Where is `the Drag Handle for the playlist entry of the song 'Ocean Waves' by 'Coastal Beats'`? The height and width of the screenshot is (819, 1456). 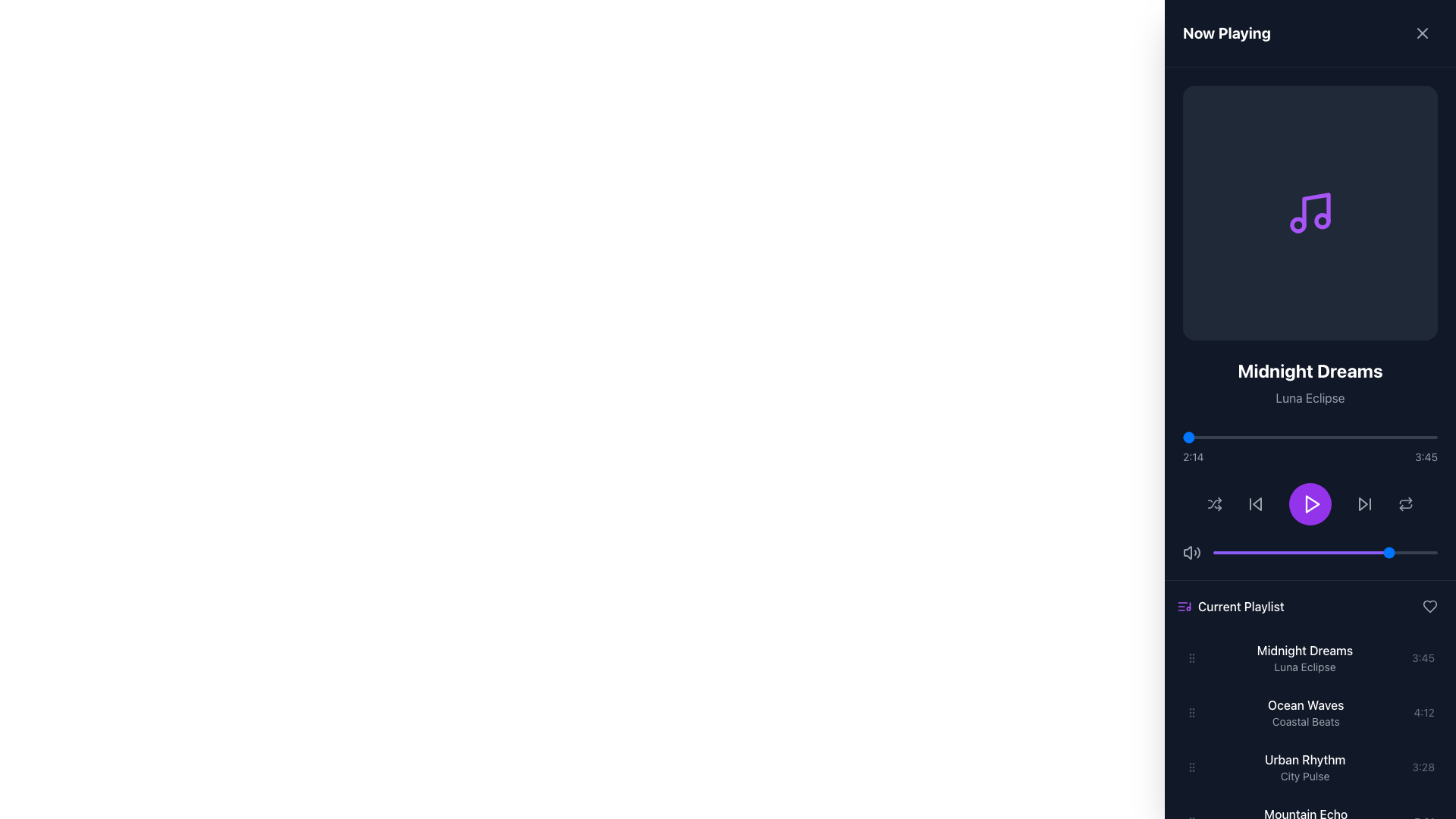 the Drag Handle for the playlist entry of the song 'Ocean Waves' by 'Coastal Beats' is located at coordinates (1191, 713).